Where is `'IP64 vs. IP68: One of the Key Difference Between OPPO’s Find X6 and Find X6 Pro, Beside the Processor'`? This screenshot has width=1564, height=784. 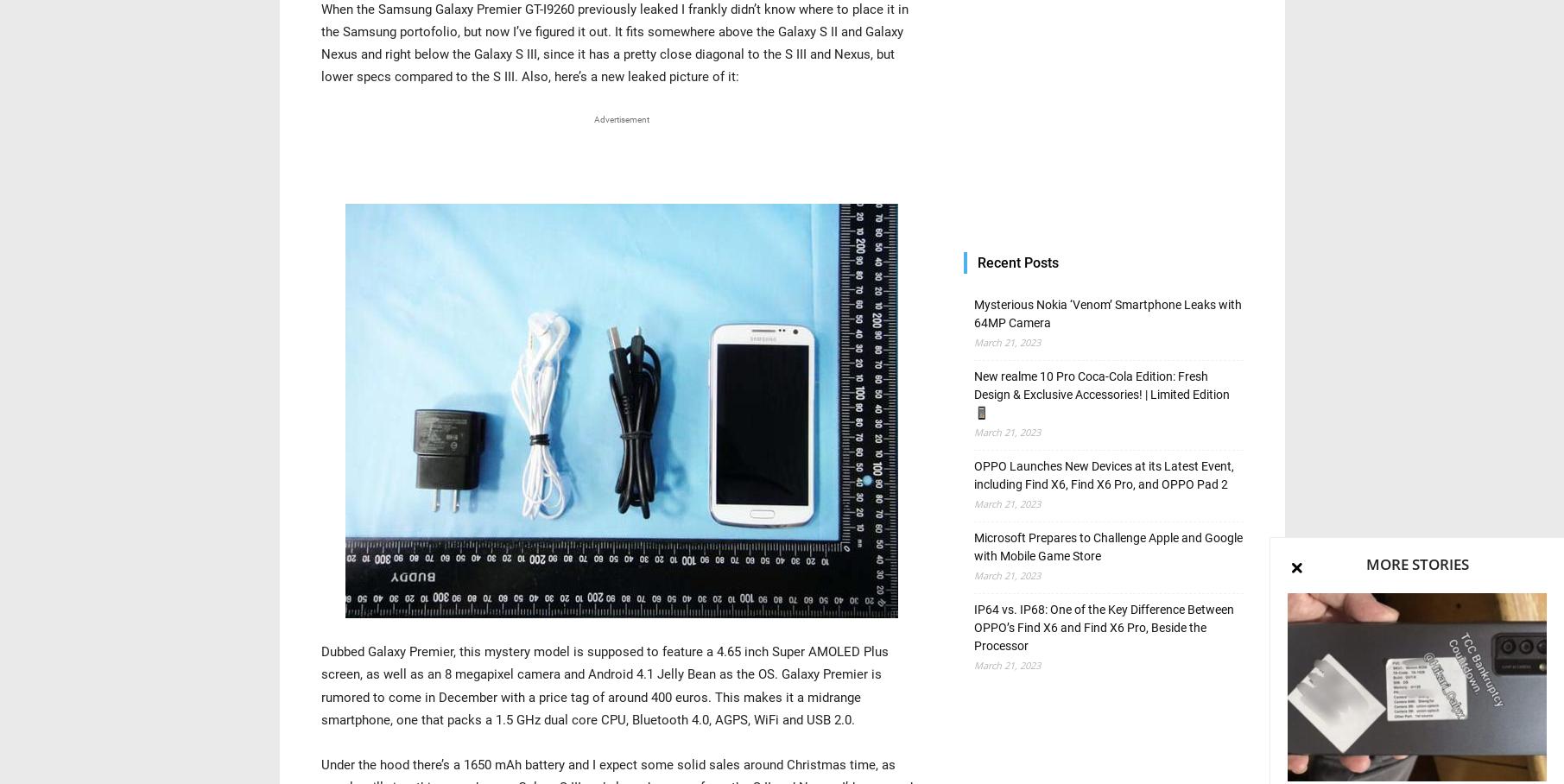
'IP64 vs. IP68: One of the Key Difference Between OPPO’s Find X6 and Find X6 Pro, Beside the Processor' is located at coordinates (972, 628).